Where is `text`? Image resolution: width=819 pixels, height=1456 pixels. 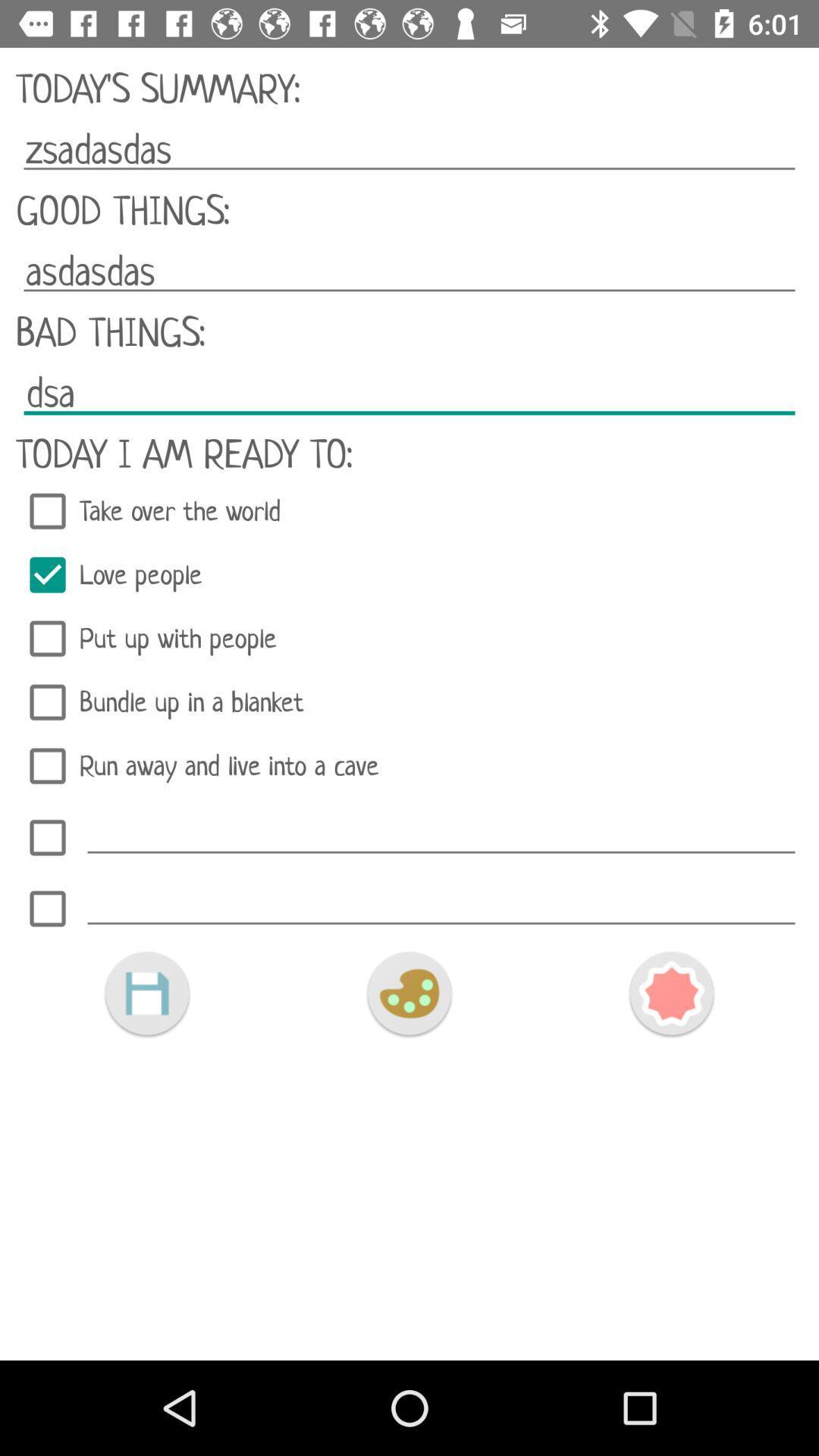 text is located at coordinates (441, 833).